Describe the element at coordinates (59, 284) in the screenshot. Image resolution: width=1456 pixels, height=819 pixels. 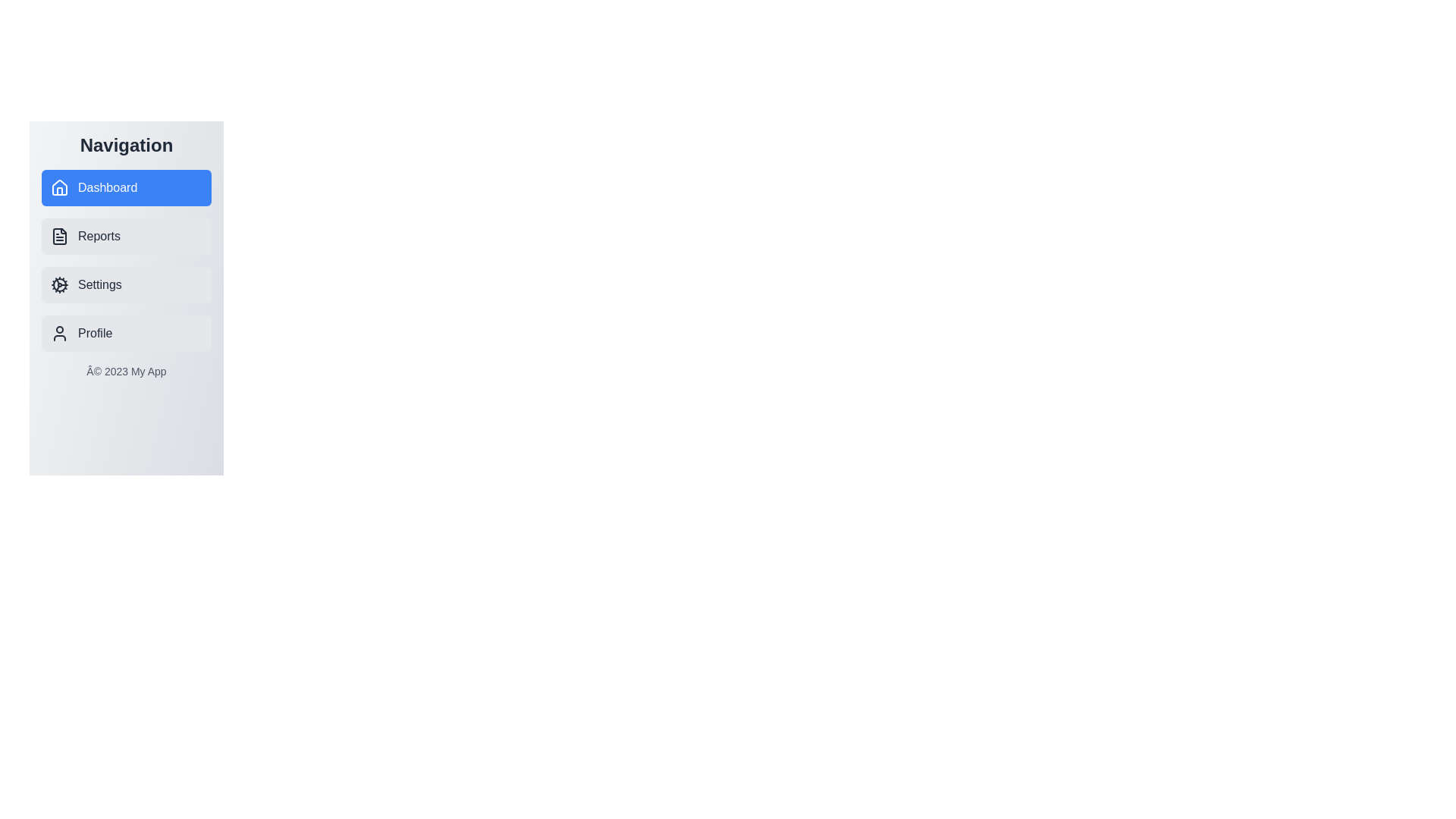
I see `the cogwheel icon in the 'Settings' navigation list, which is the third icon from the top in the left navigation menu` at that location.